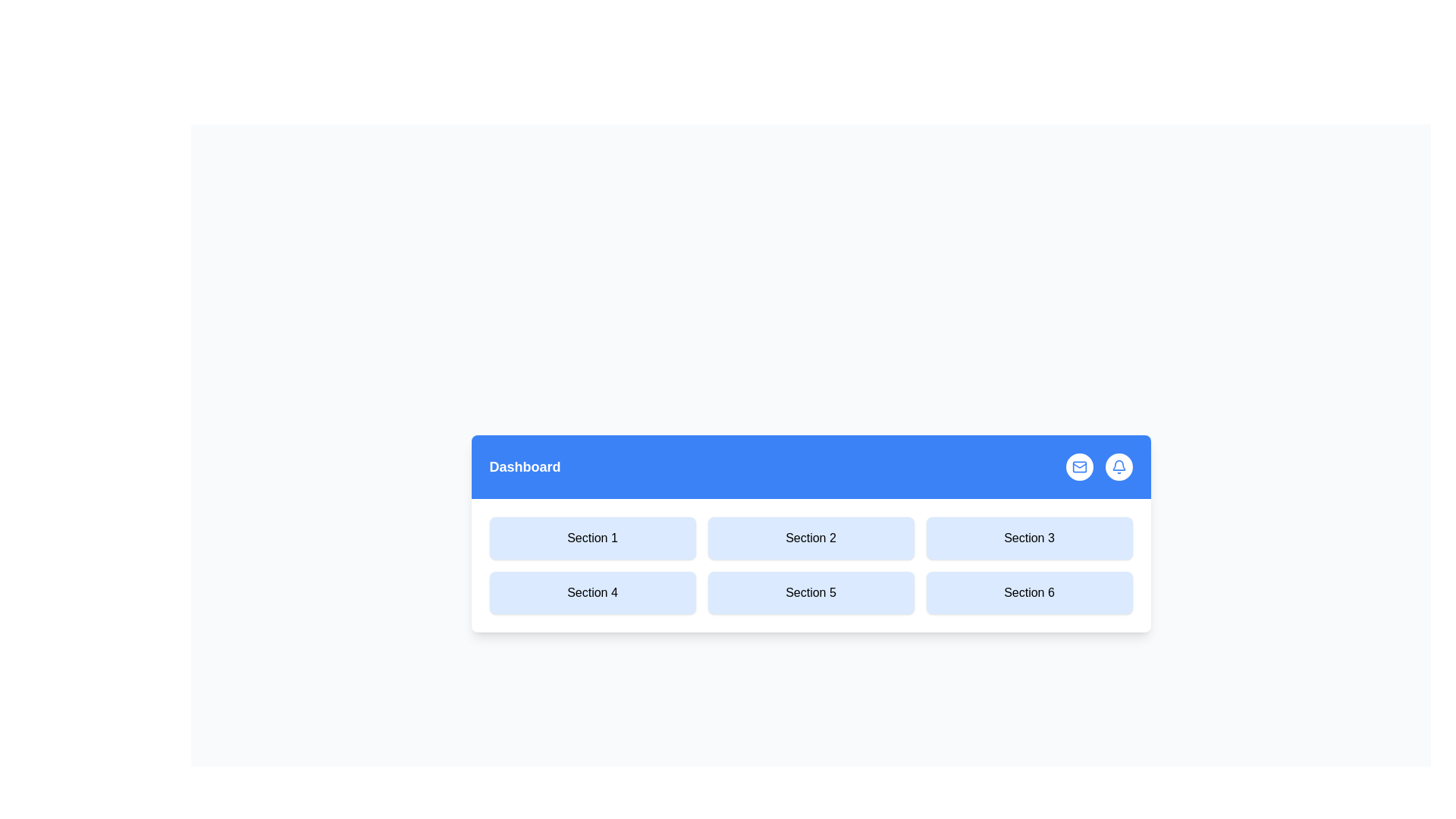 The height and width of the screenshot is (819, 1456). I want to click on the 'Section 2' button-like interactive label, which has a light blue background and is positioned in the second column of the first row within a grid layout, so click(810, 537).